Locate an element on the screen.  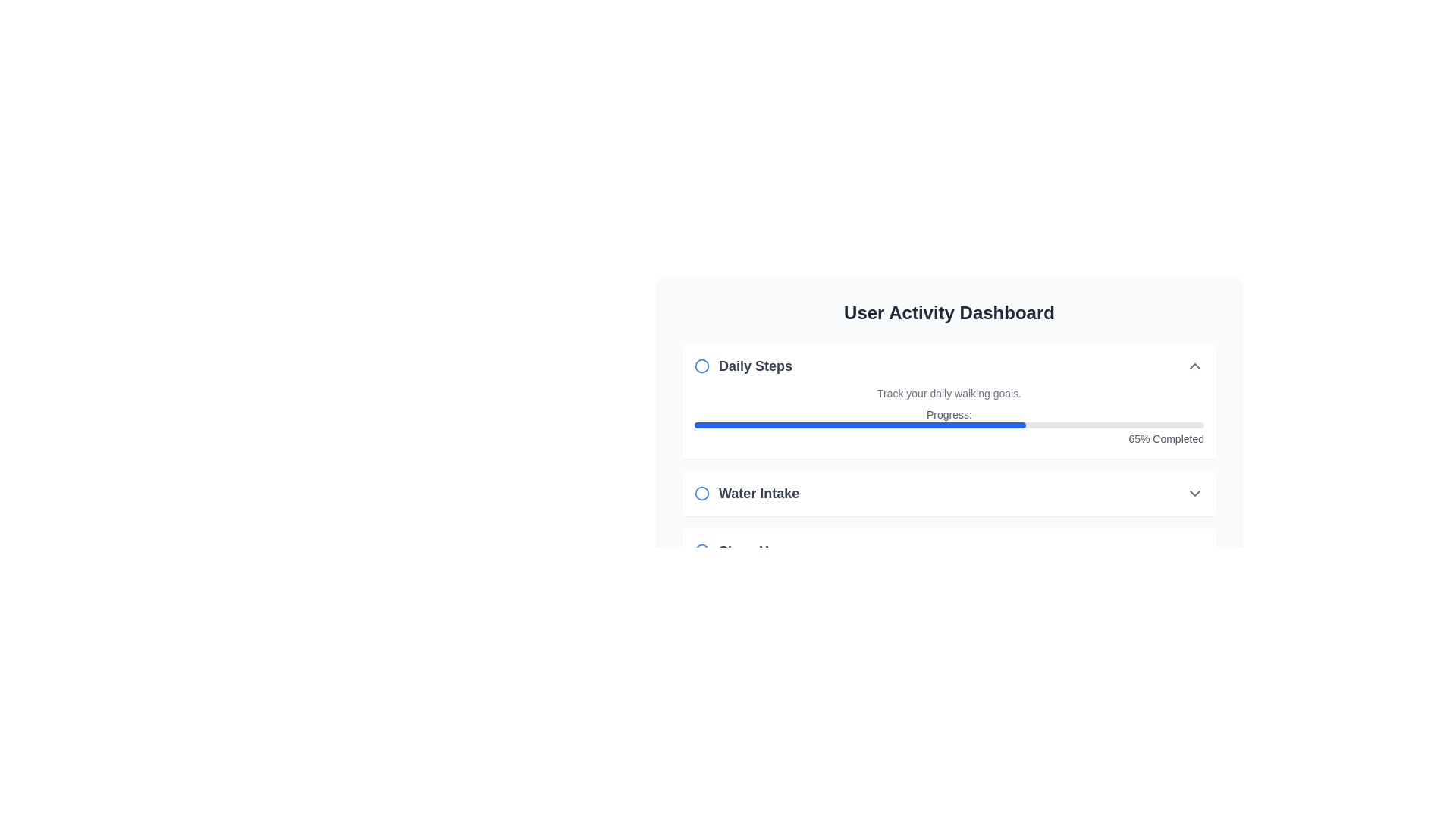
the 'Daily Steps' text label, which is displayed in a larger, bold gray font and is positioned to the right of a circular blue icon in the User Activity Dashboard is located at coordinates (755, 366).